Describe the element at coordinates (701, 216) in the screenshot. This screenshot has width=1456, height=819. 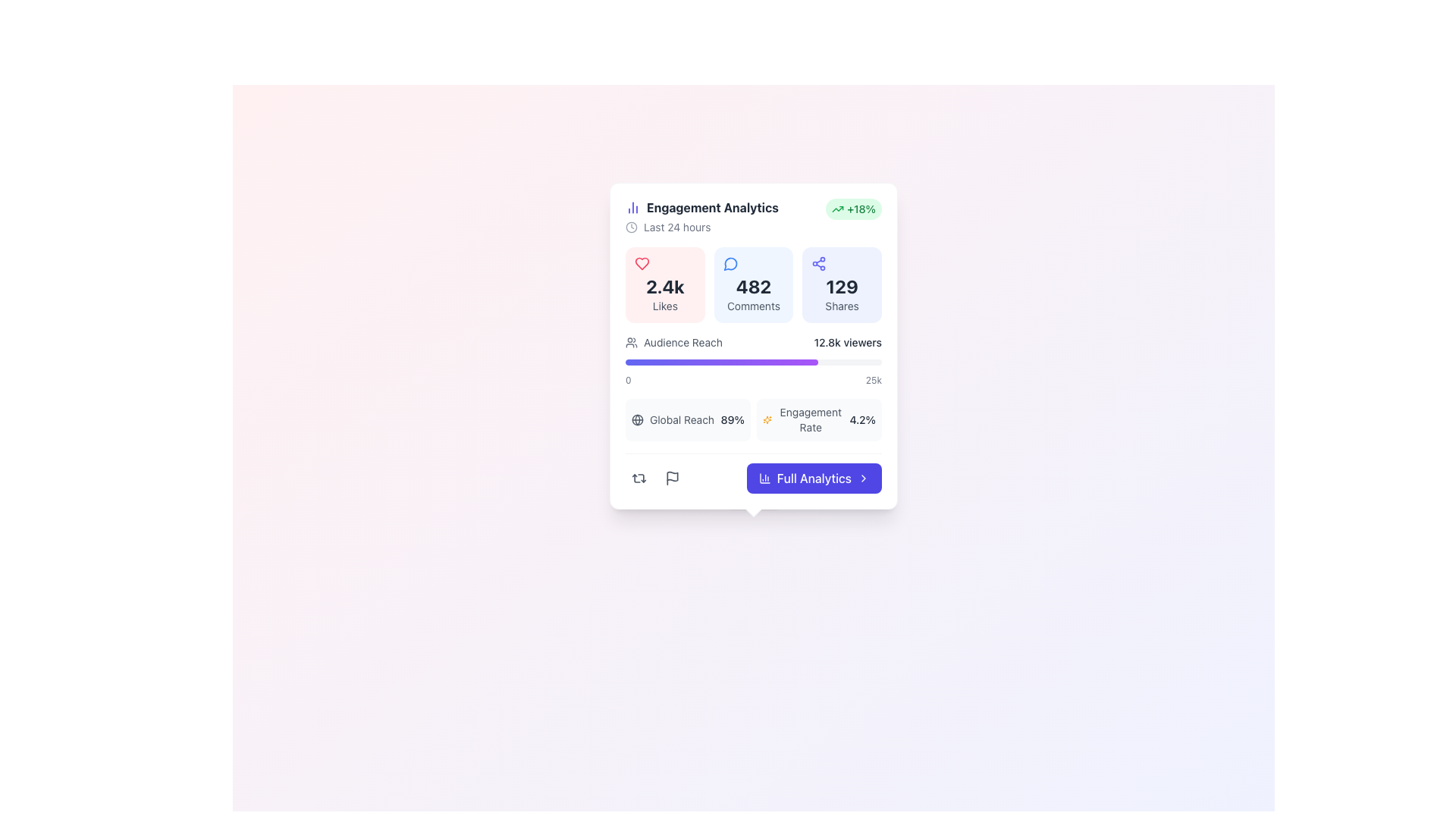
I see `the main heading text 'Engagement Analytics'` at that location.